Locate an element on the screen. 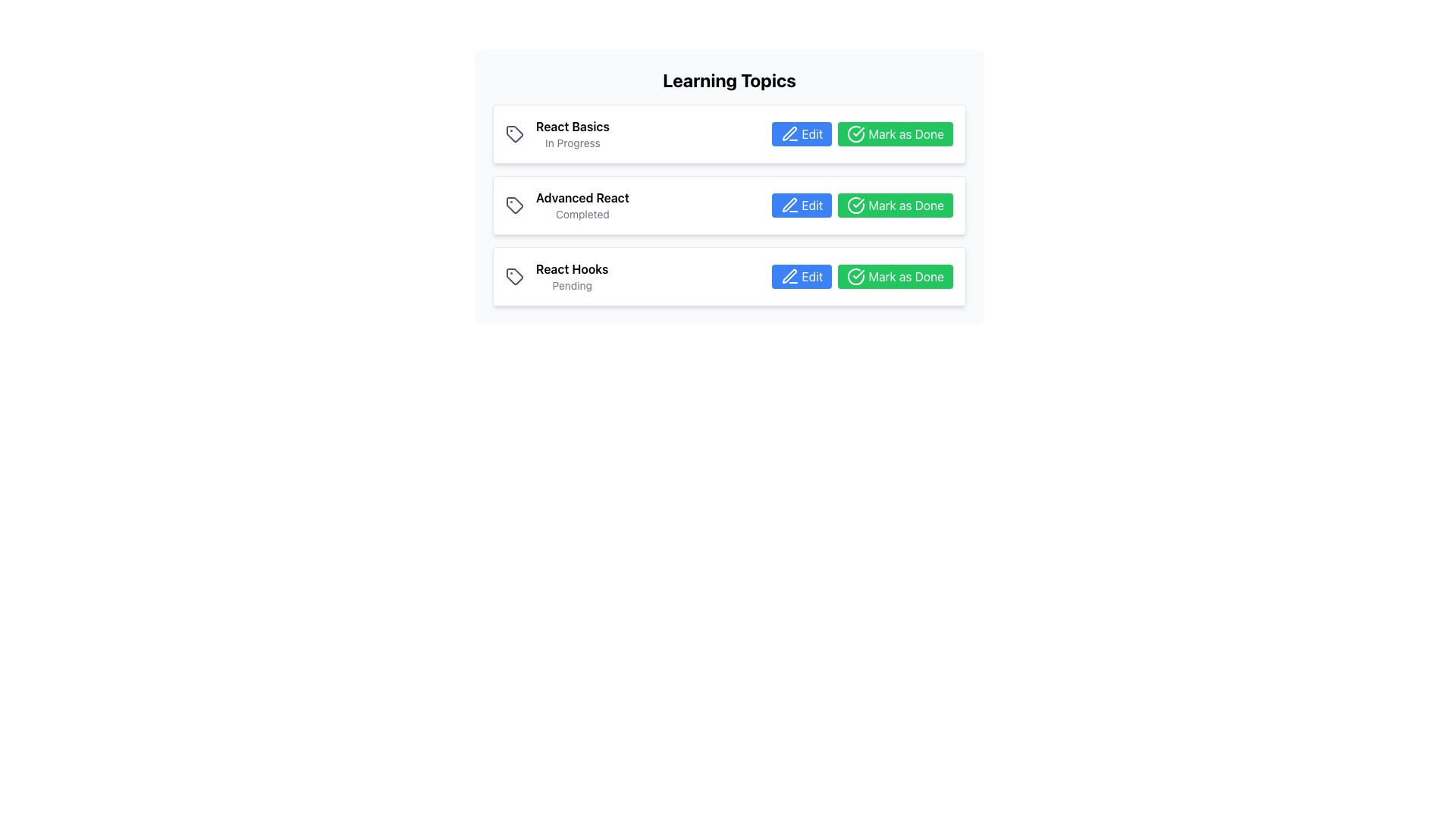 The width and height of the screenshot is (1456, 819). the text label 'React Hooks', which is styled in bold and larger font, located in the third row of entries under the 'Learning Topics' section is located at coordinates (571, 268).